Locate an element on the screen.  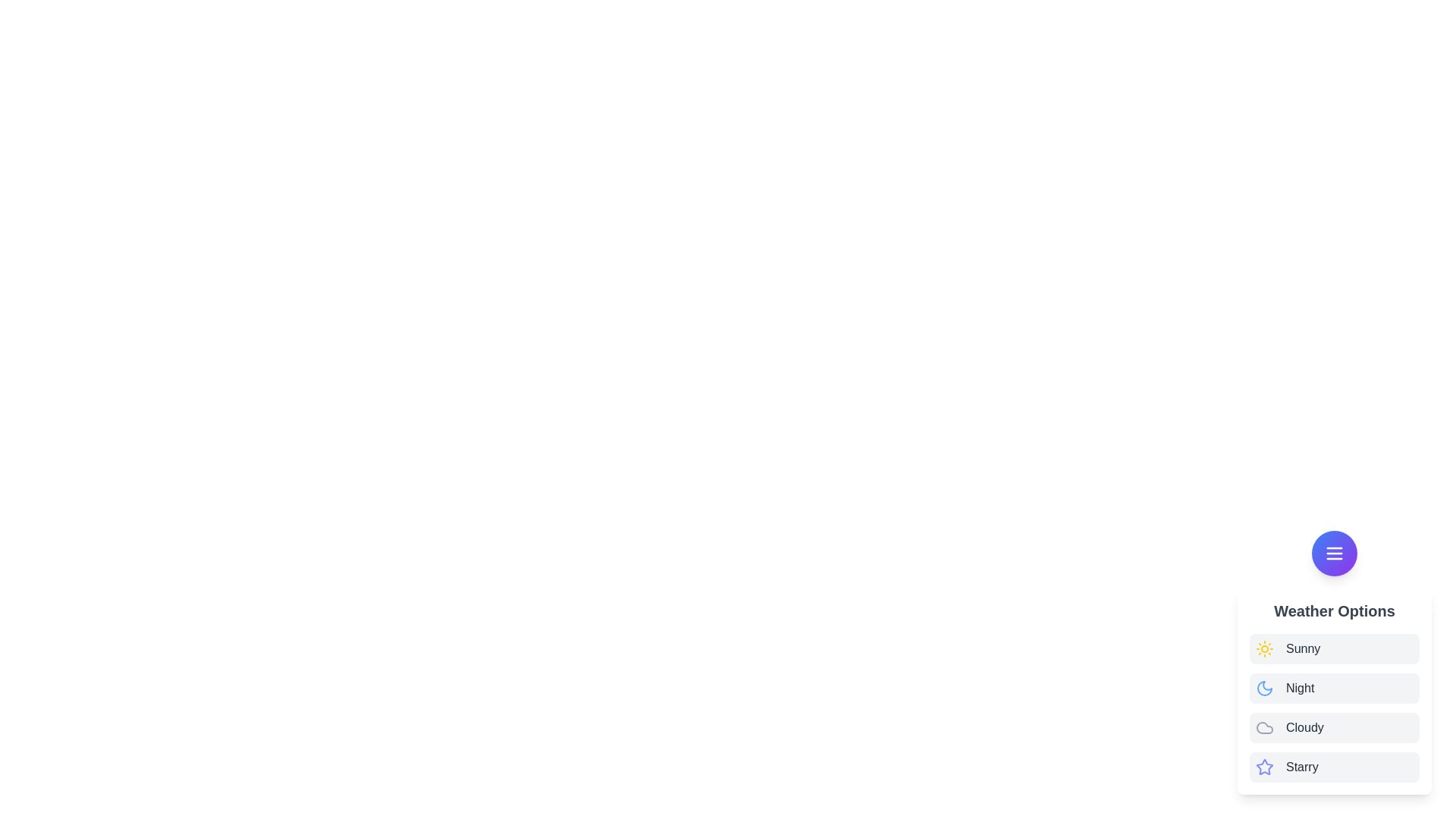
the icon of the weather option Sunny is located at coordinates (1265, 648).